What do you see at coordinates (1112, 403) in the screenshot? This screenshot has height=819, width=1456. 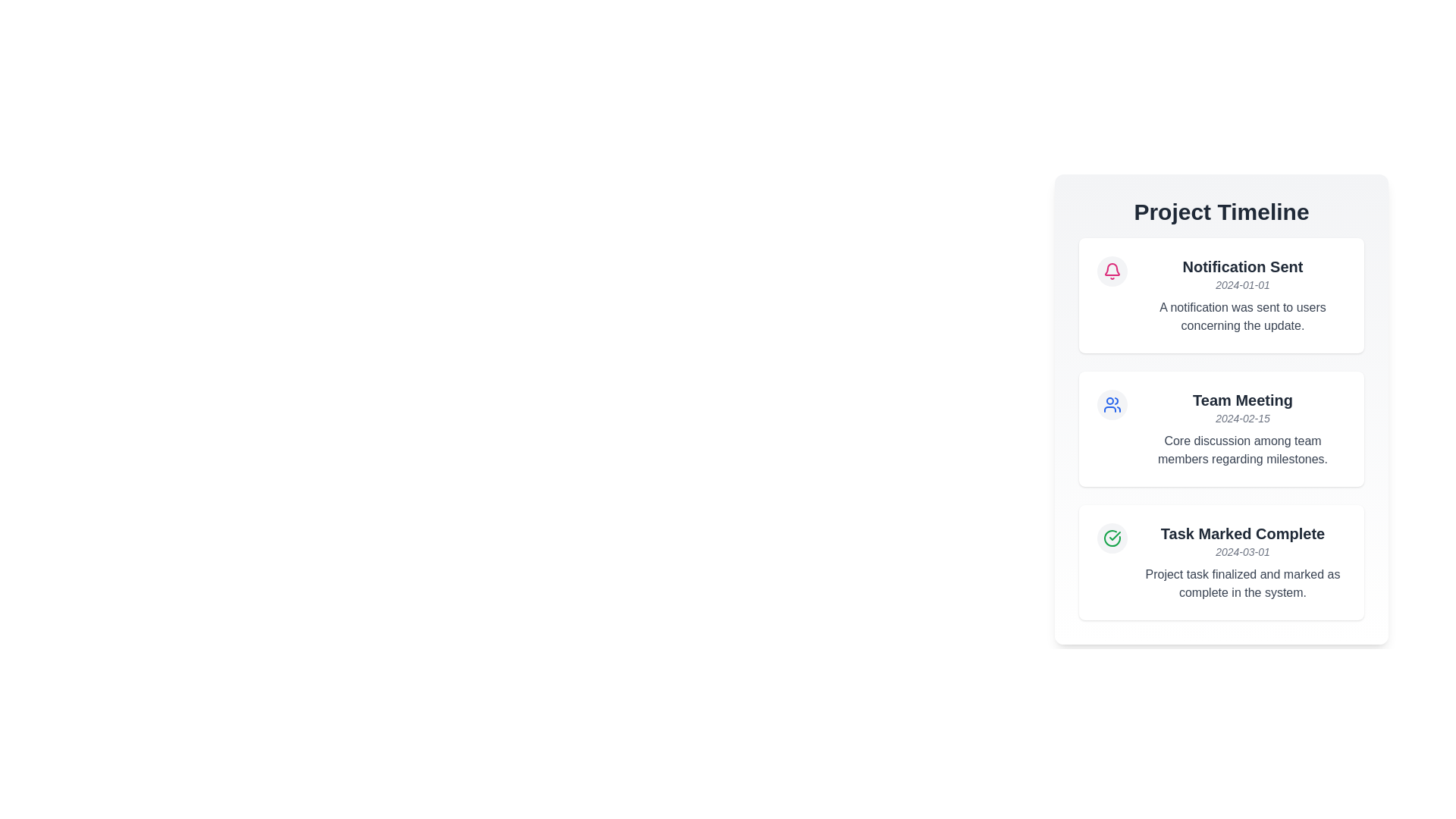 I see `the 'Team Meeting' icon, which is located on the upper-left side of the 'Team Meeting' card in the vertical list of event cards` at bounding box center [1112, 403].